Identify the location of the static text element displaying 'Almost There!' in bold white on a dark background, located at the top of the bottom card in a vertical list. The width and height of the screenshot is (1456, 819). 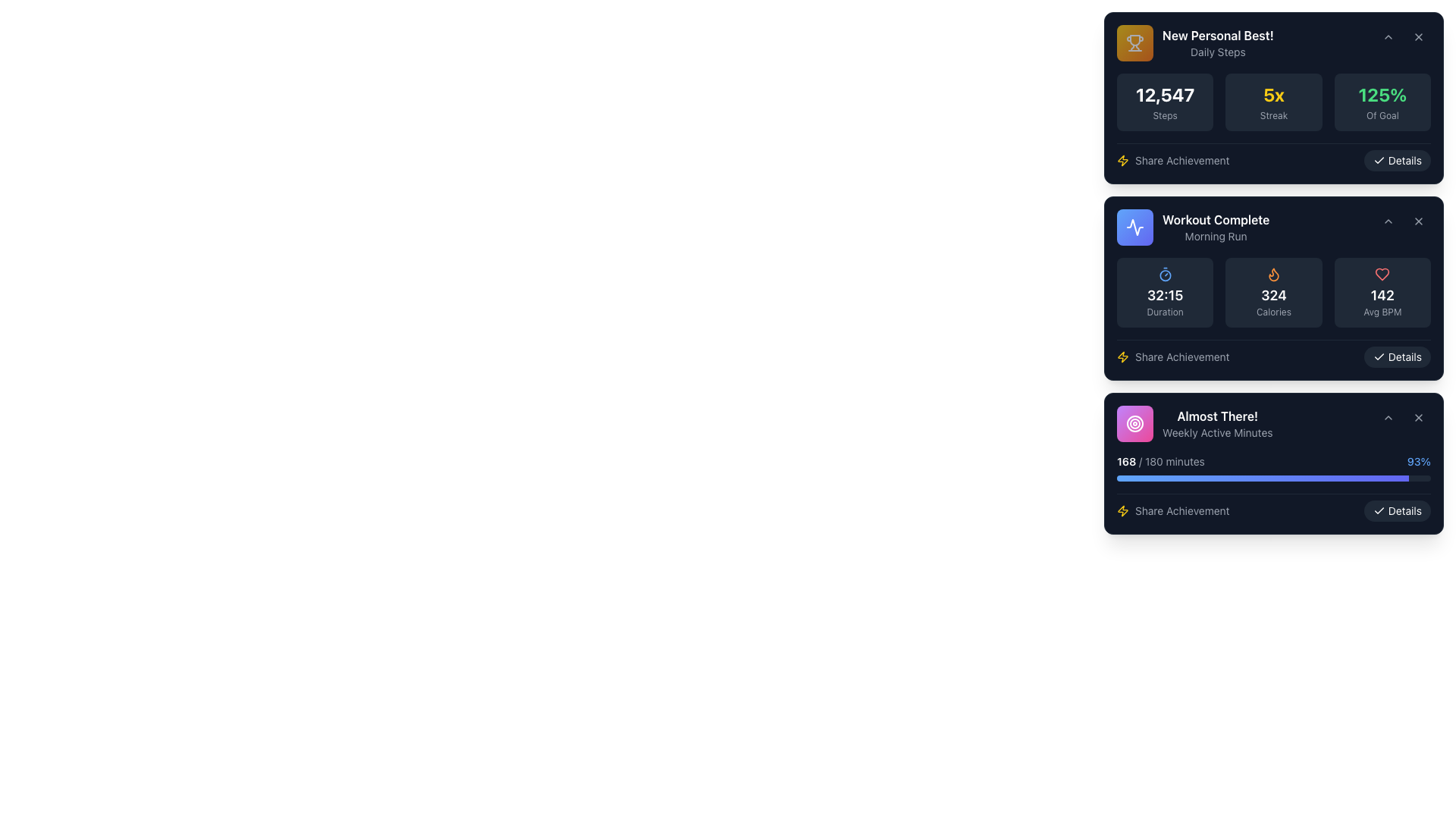
(1217, 416).